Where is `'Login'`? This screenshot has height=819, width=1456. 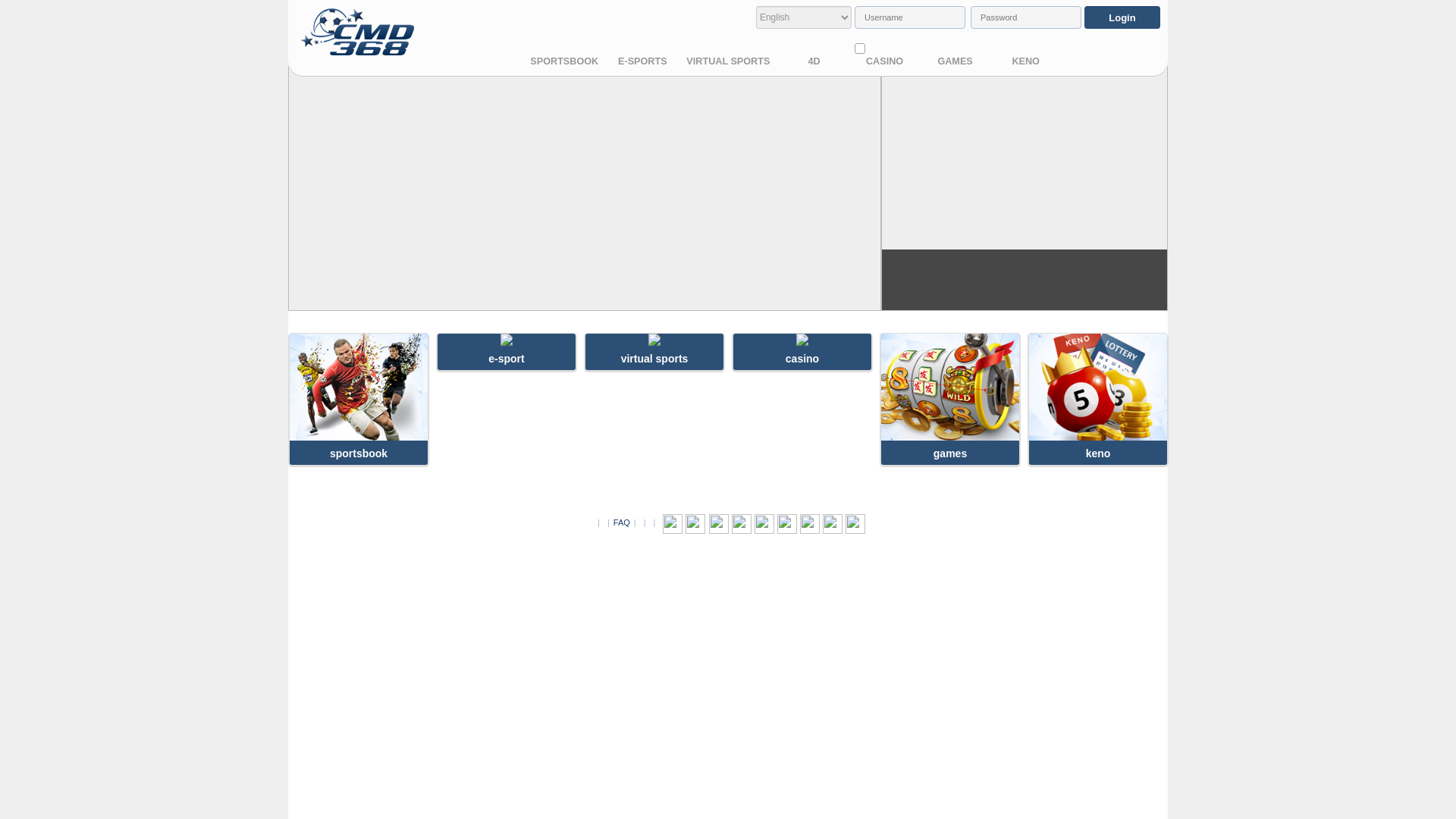
'Login' is located at coordinates (1084, 17).